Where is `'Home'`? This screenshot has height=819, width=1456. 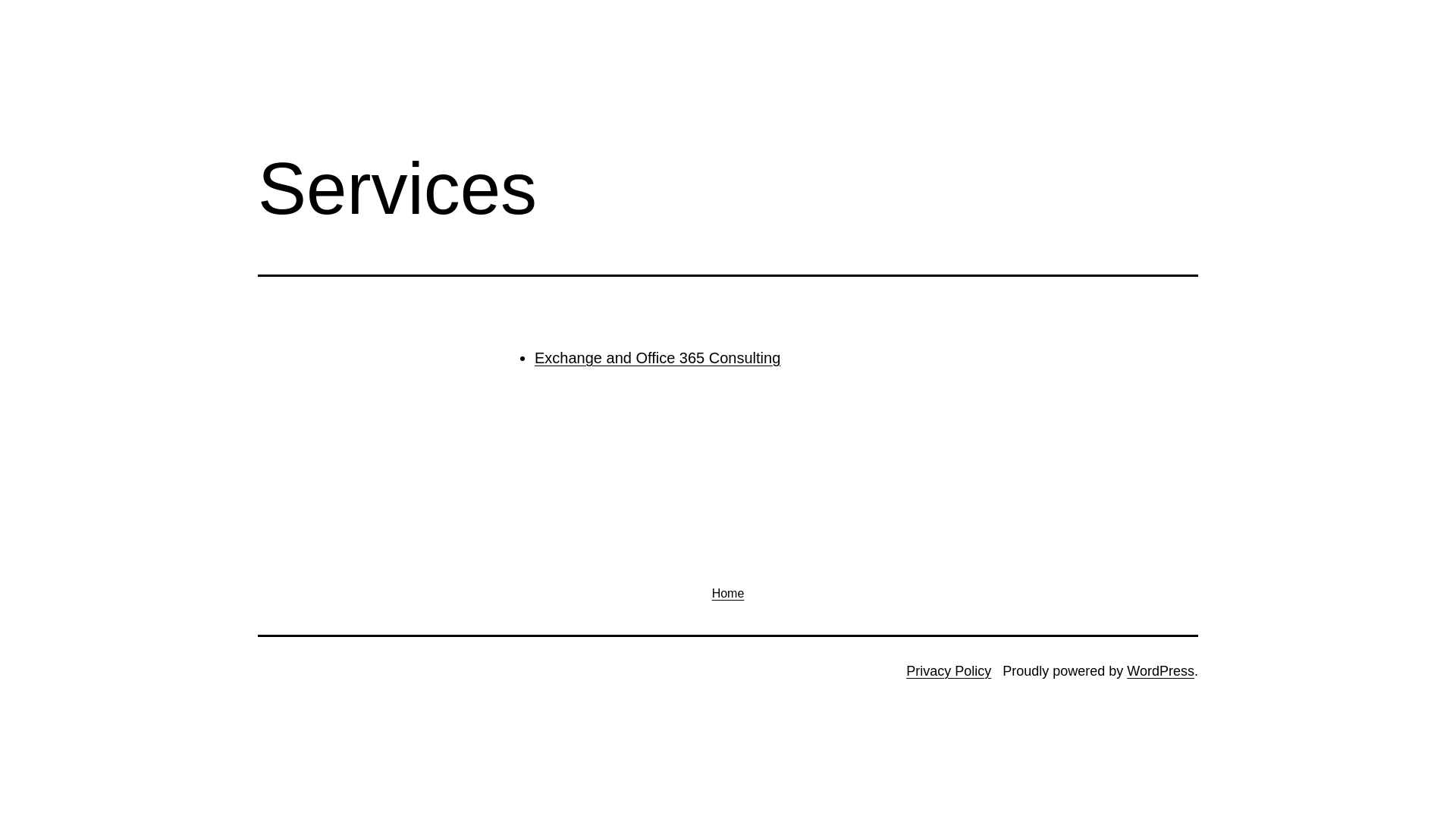 'Home' is located at coordinates (726, 592).